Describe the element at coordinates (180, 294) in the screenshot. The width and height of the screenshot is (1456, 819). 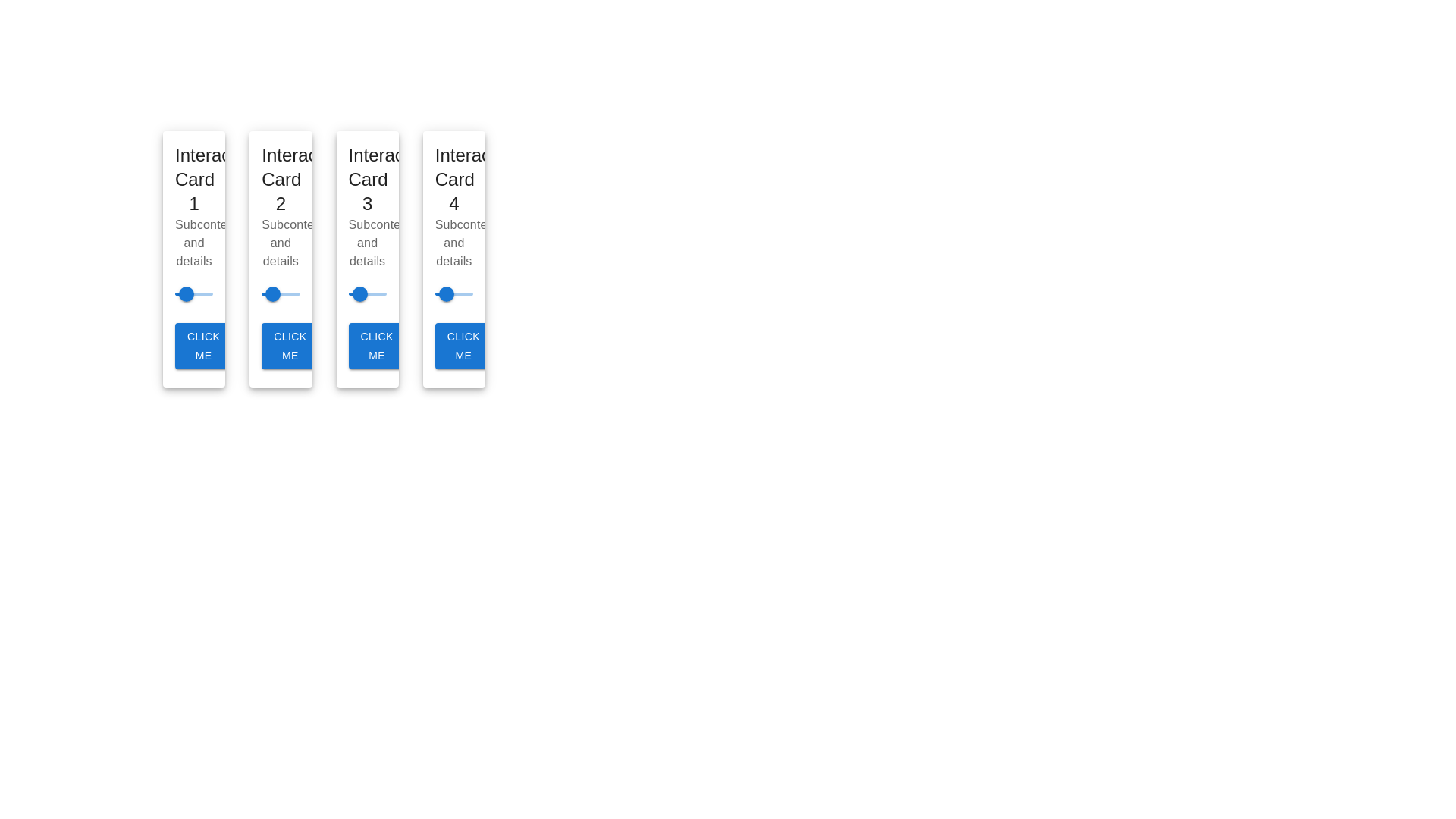
I see `the slider value` at that location.